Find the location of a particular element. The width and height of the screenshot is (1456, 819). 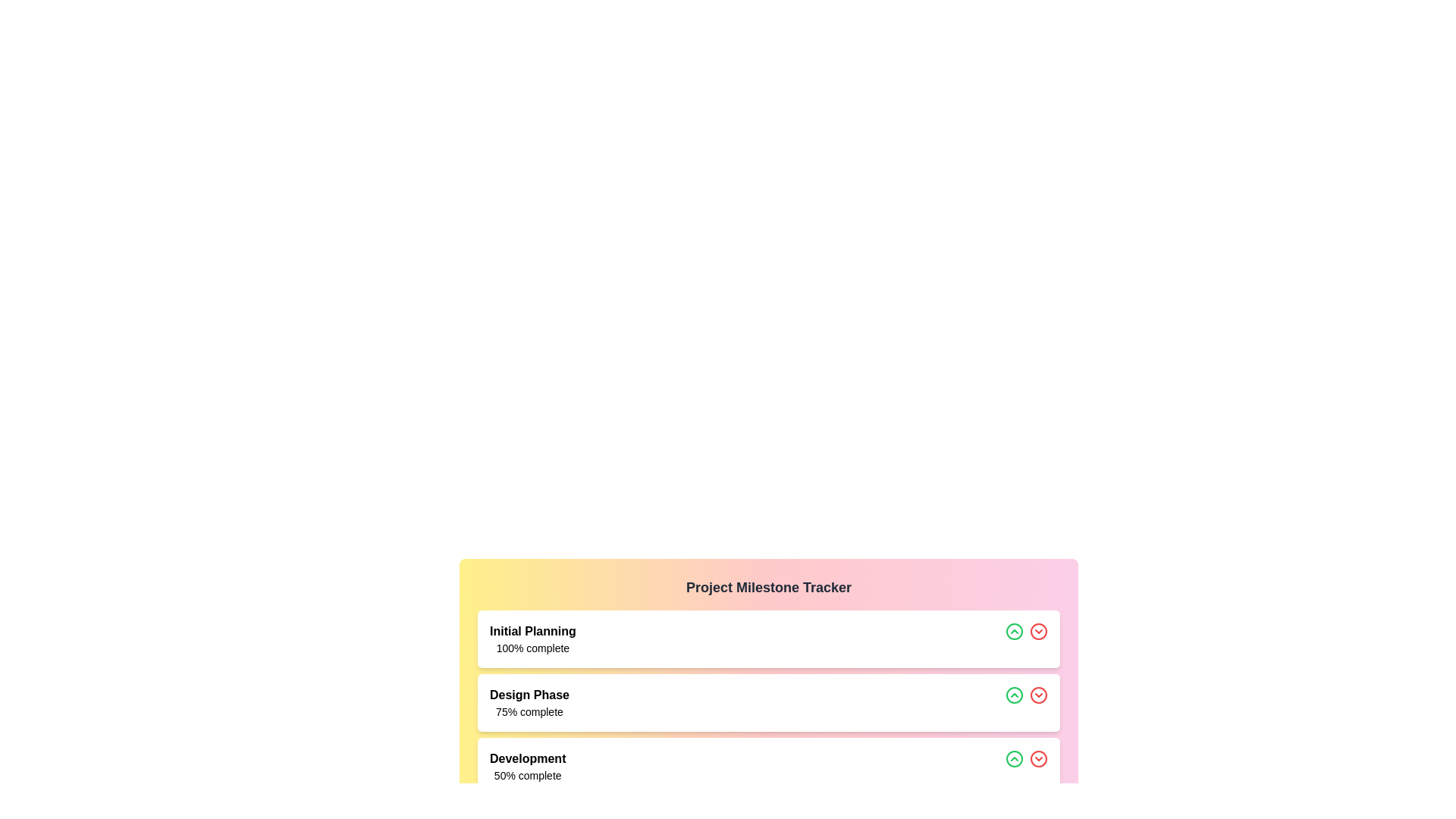

the interactive control button represented as an SVG graphic, located to the left of the downward-pointing chevron is located at coordinates (1015, 759).